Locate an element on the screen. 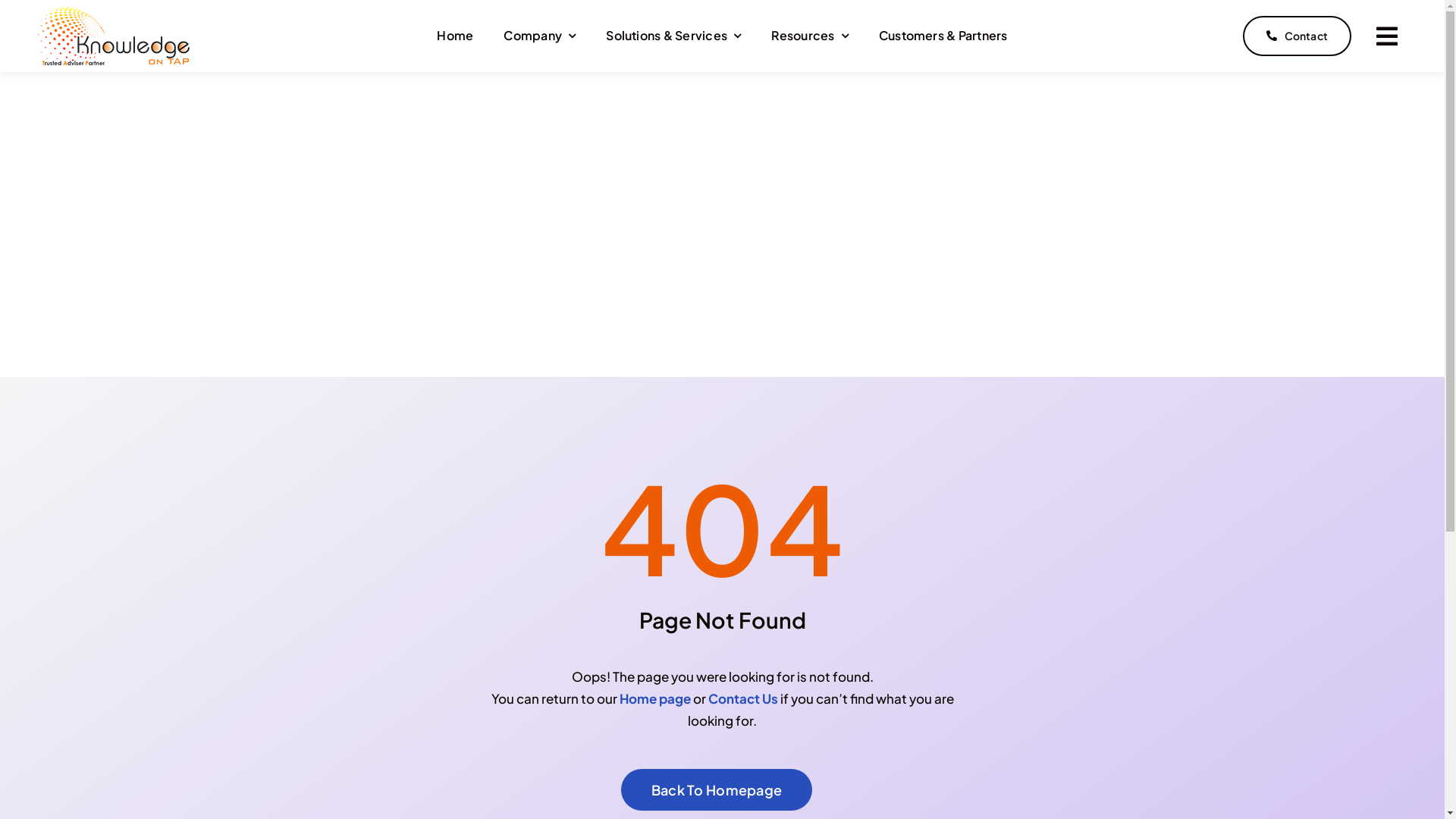 This screenshot has height=819, width=1456. 'Customers & Partners' is located at coordinates (878, 35).